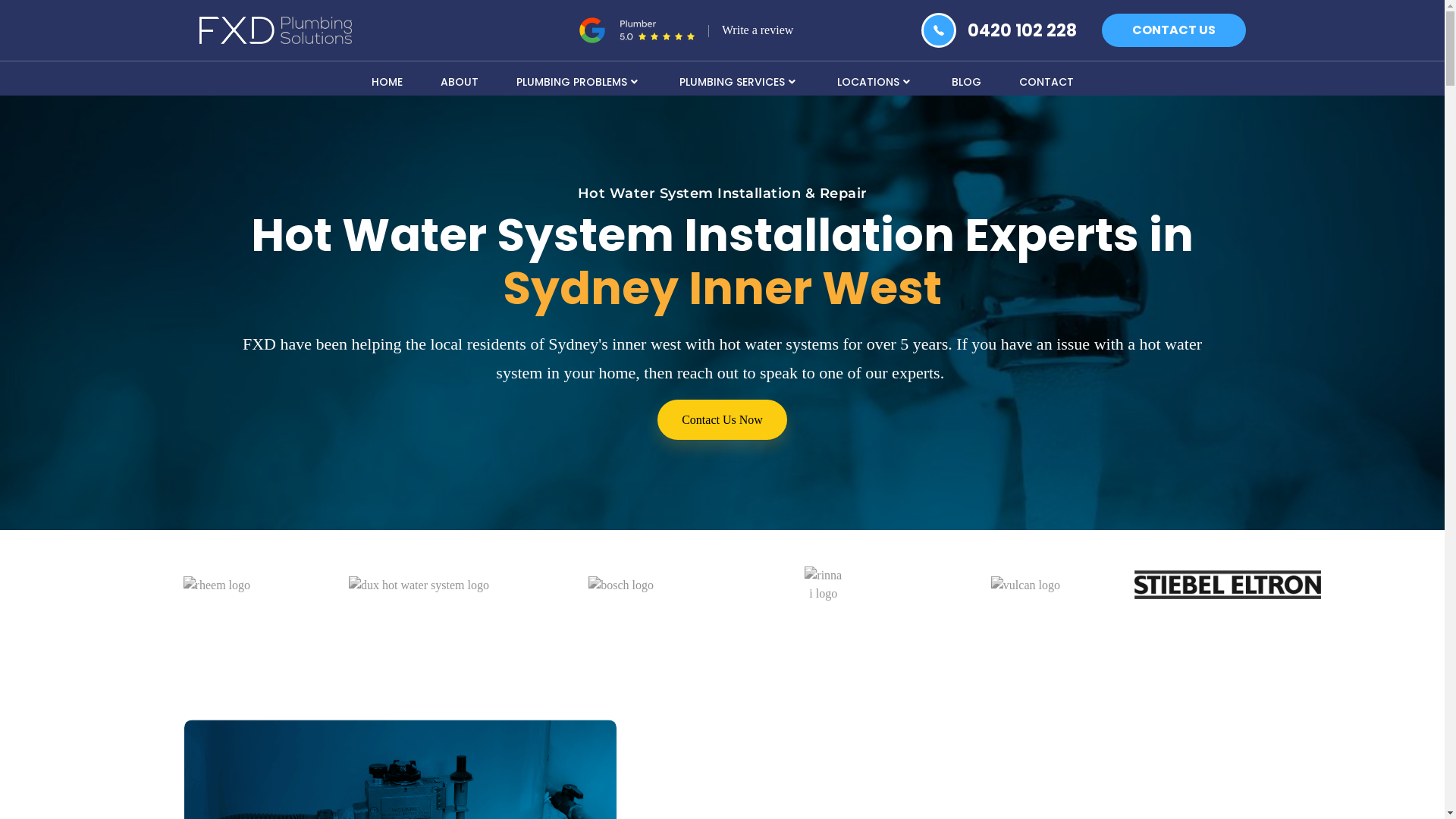 This screenshot has height=819, width=1456. I want to click on 'ABOUT', so click(422, 80).